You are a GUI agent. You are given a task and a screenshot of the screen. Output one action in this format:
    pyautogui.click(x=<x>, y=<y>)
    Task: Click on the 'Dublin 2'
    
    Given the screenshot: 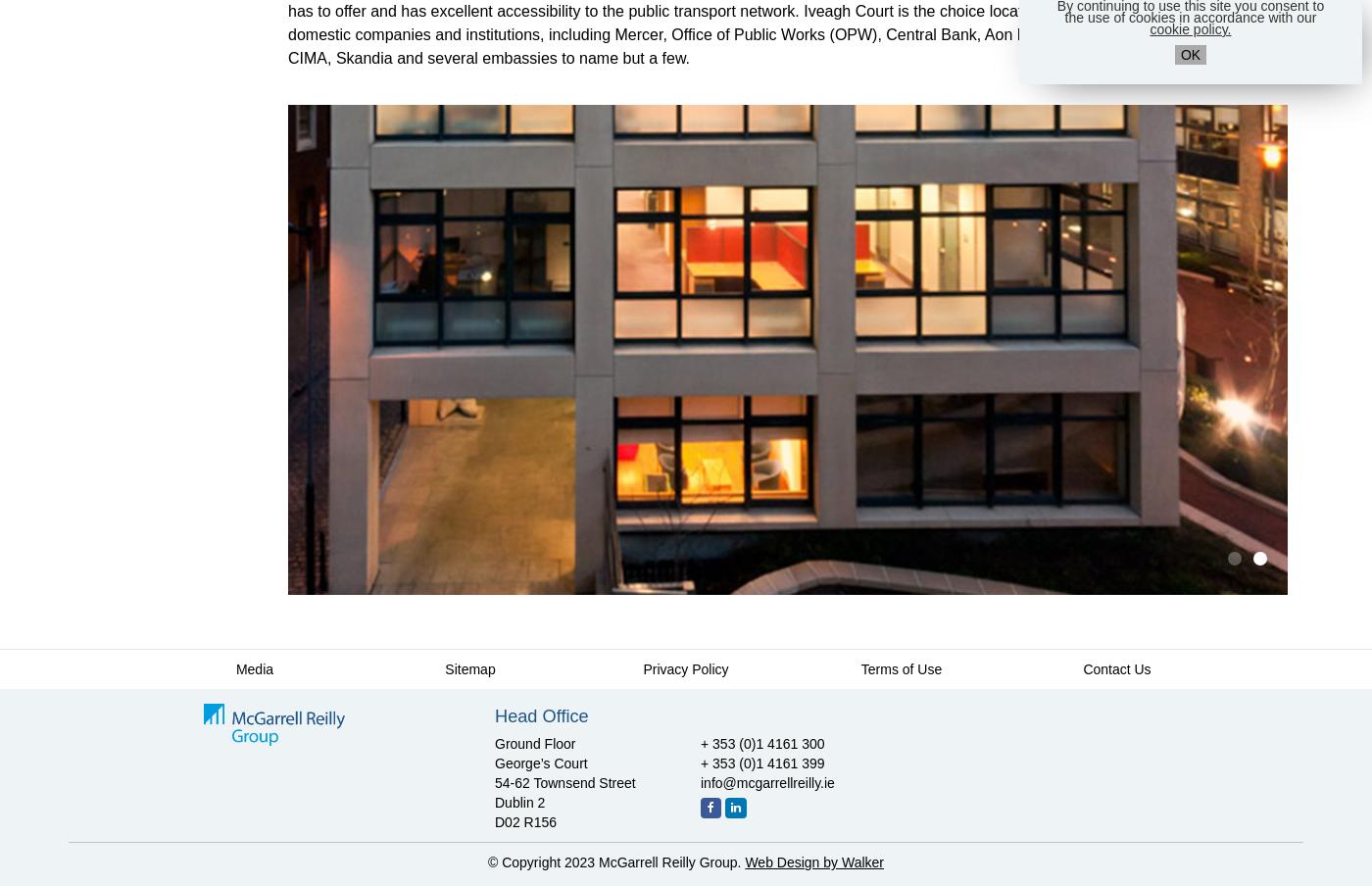 What is the action you would take?
    pyautogui.click(x=519, y=802)
    